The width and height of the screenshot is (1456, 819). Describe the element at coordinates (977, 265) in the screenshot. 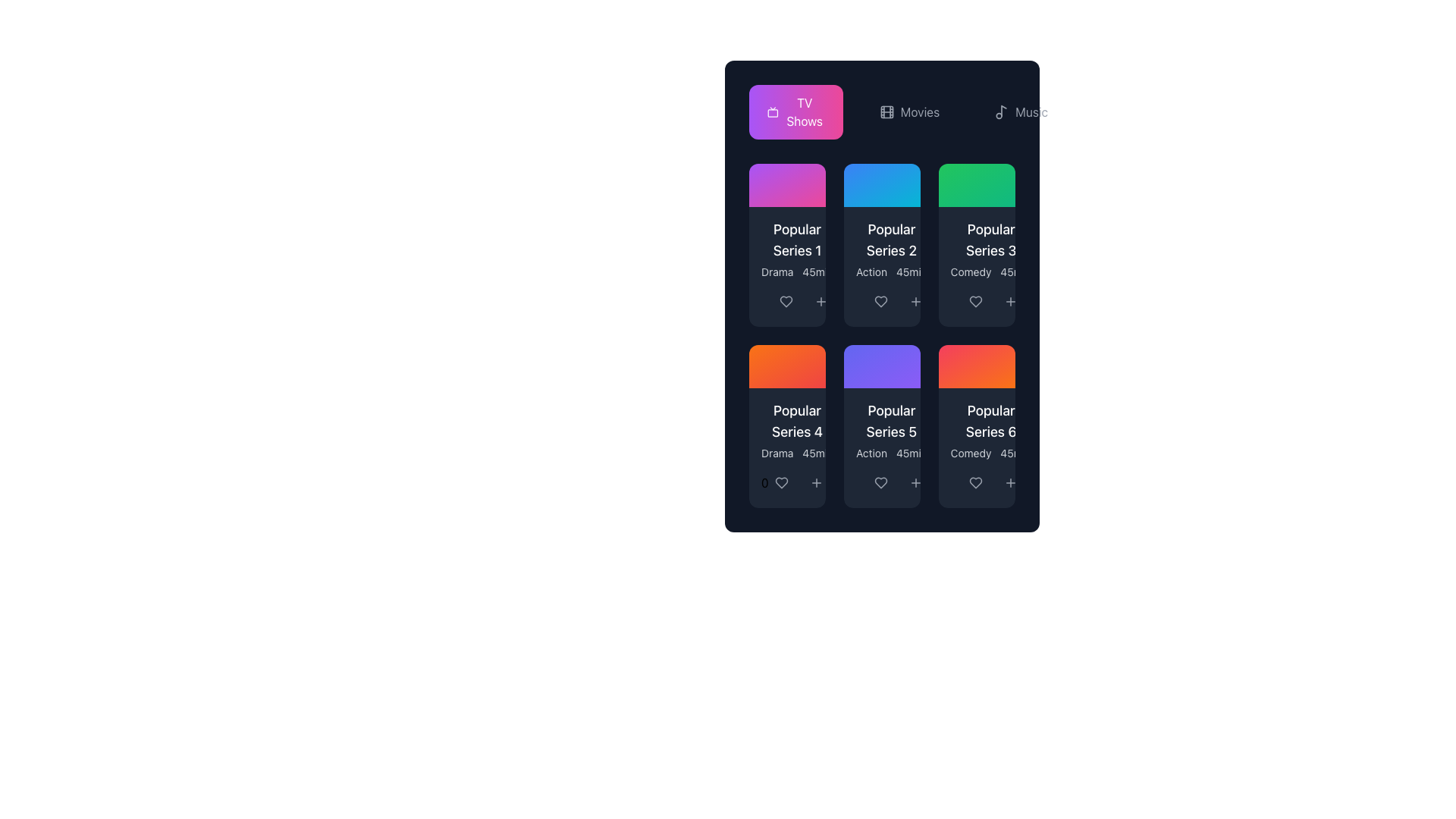

I see `the Information card, which displays details about a movie or series and is located in the grid as the third card in the first row, to the right of 'Popular Series 2' and above 'Popular Series 6'` at that location.